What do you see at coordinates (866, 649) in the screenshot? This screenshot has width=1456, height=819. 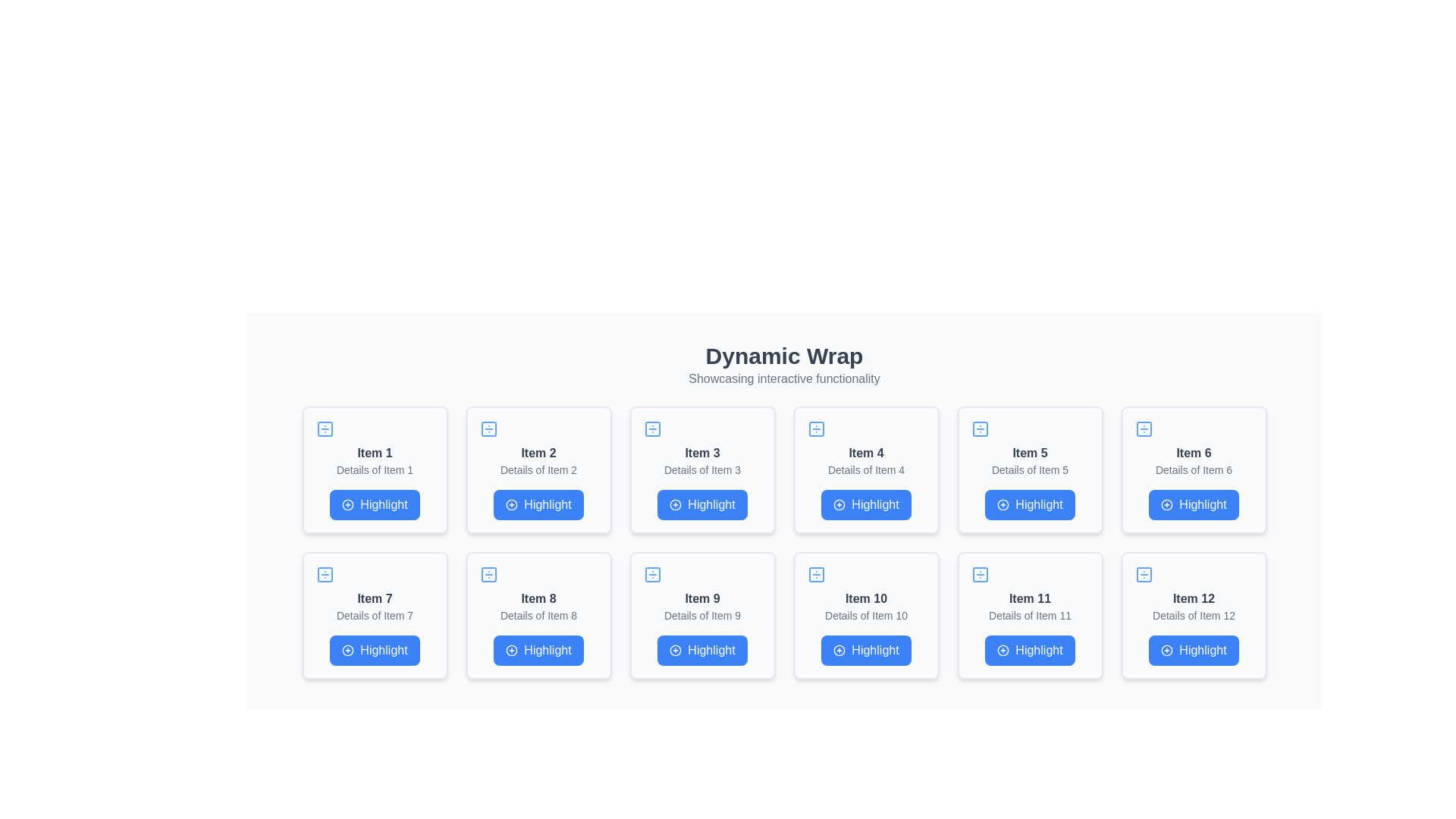 I see `the blue button labeled 'Highlight' with a plus icon on its left, located at the bottom of the 'Item 10' card in the fourth row of the grid layout` at bounding box center [866, 649].